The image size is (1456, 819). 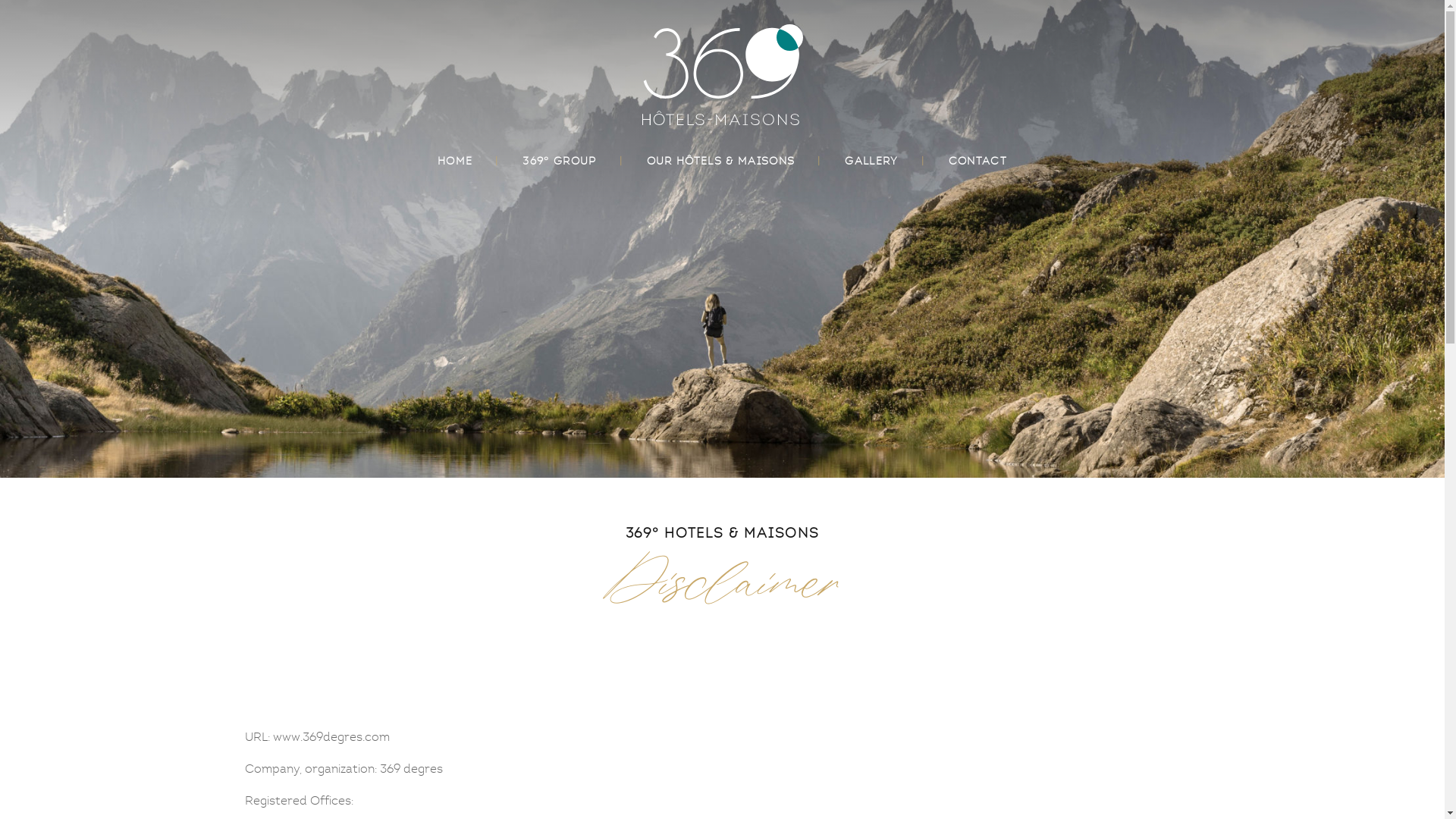 What do you see at coordinates (977, 161) in the screenshot?
I see `'CONTACT'` at bounding box center [977, 161].